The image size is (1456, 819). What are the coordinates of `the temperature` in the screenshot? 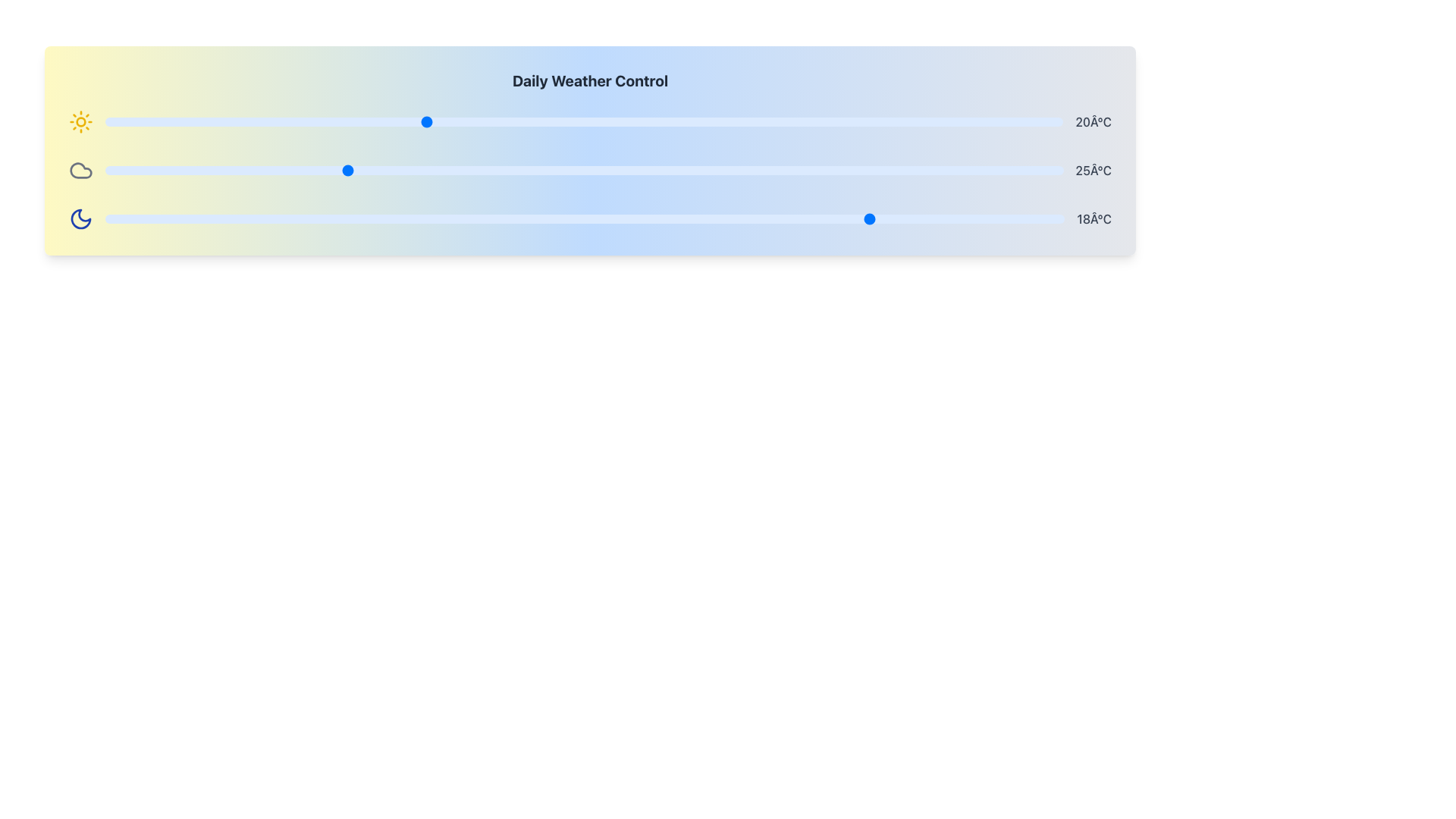 It's located at (632, 170).